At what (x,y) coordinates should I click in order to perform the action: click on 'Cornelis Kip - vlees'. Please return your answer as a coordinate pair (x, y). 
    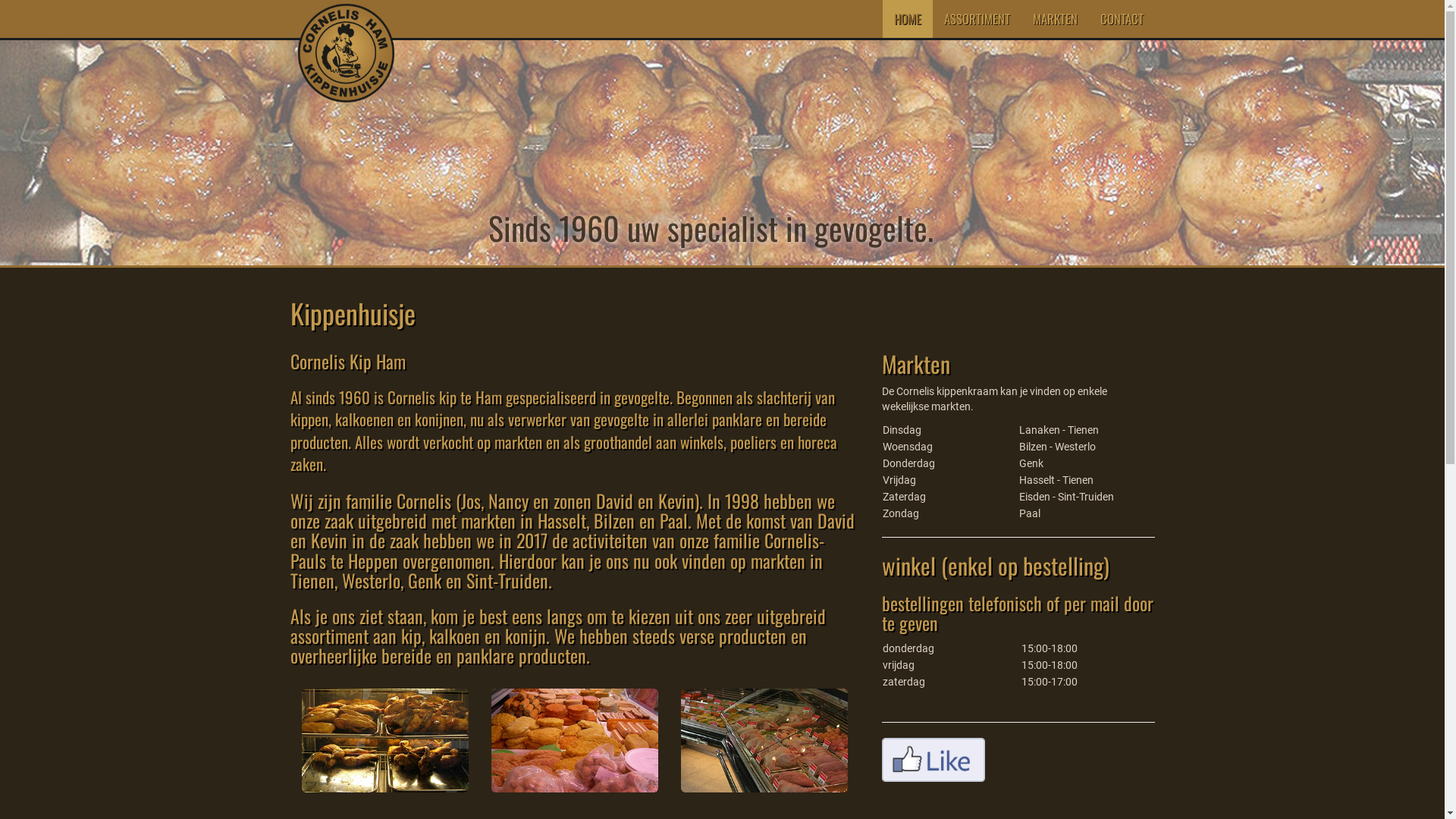
    Looking at the image, I should click on (574, 739).